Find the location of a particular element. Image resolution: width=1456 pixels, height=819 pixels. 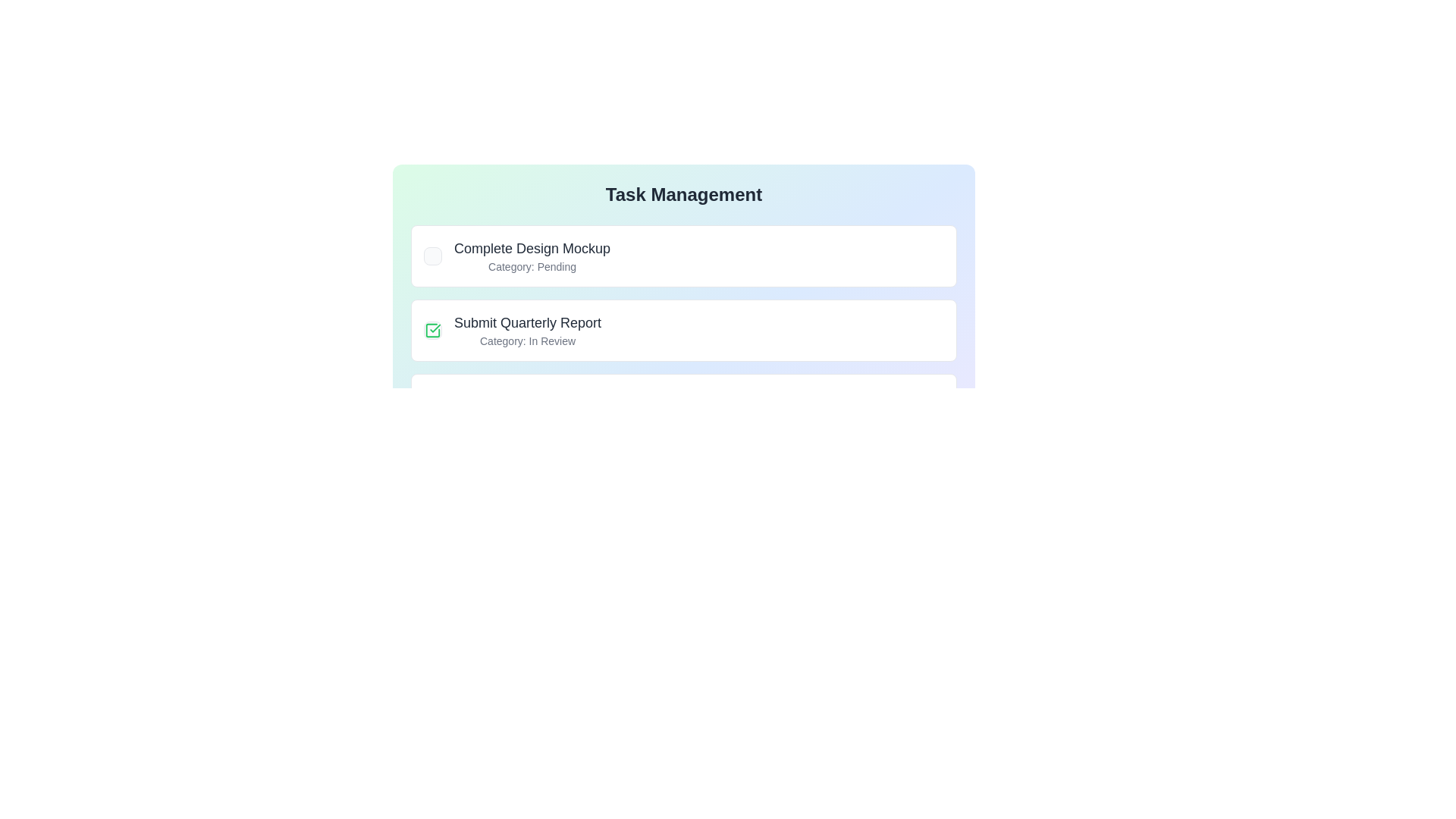

the text label displaying the title and status of the task located in the first task entry under 'Task Management', to the right of the circular checkbox and above 'Submit Quarterly Report' is located at coordinates (532, 256).